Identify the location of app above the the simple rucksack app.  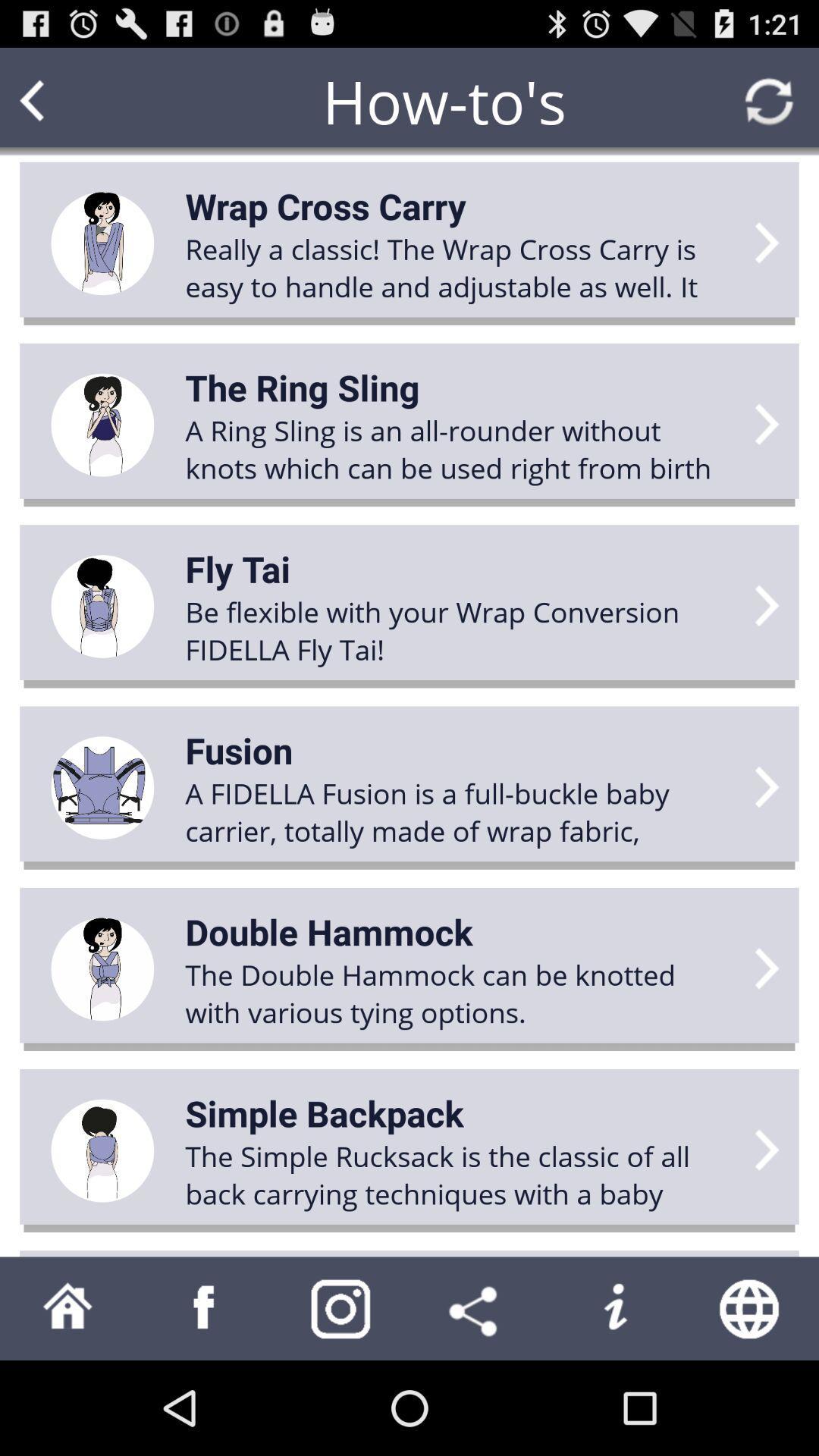
(324, 1113).